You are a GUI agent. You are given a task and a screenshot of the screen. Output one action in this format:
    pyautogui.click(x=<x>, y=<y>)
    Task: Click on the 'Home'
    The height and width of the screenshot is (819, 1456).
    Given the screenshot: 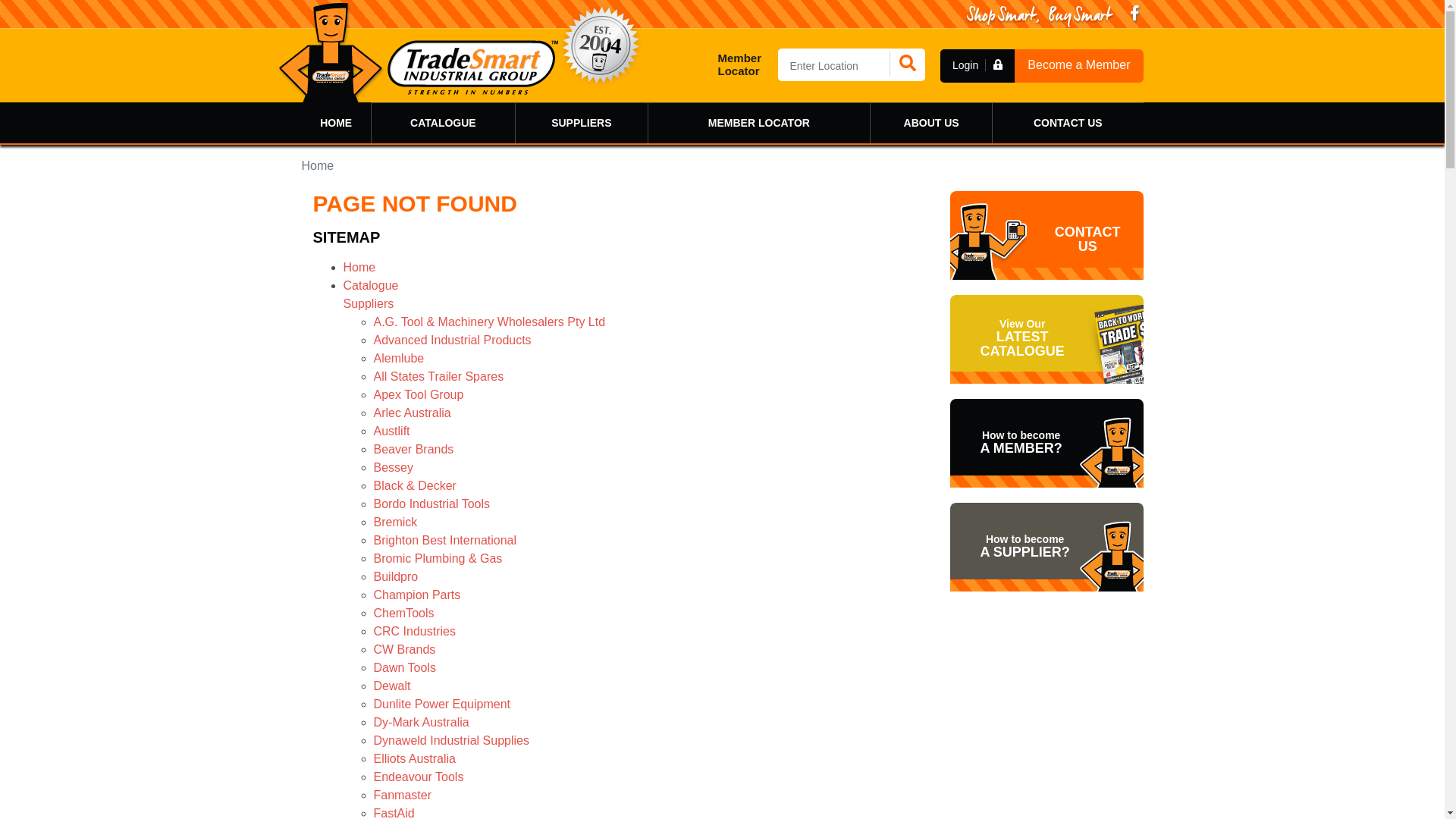 What is the action you would take?
    pyautogui.click(x=317, y=165)
    